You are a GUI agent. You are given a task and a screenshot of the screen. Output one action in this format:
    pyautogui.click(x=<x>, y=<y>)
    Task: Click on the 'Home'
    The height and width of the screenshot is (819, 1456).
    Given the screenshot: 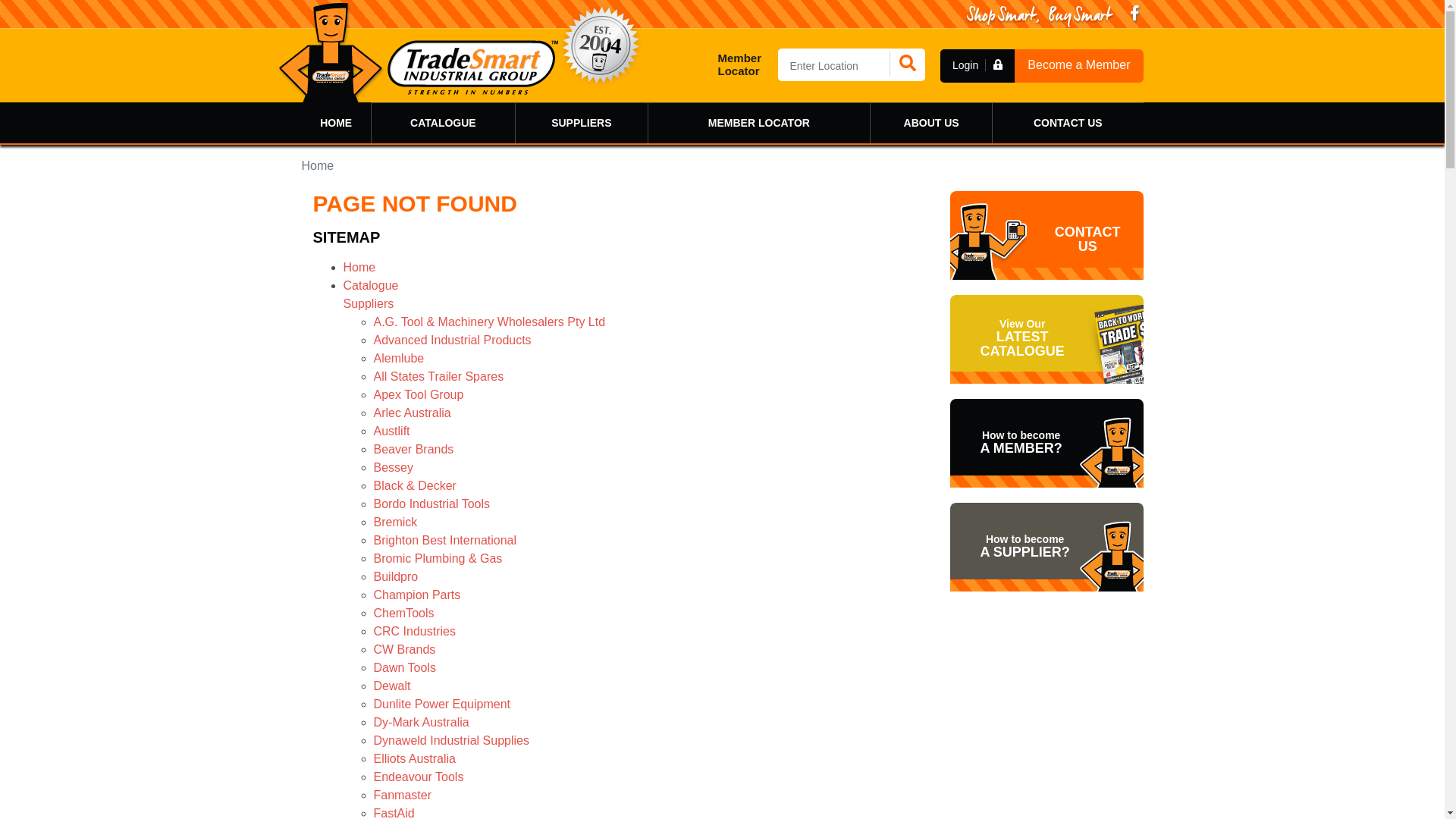 What is the action you would take?
    pyautogui.click(x=317, y=165)
    